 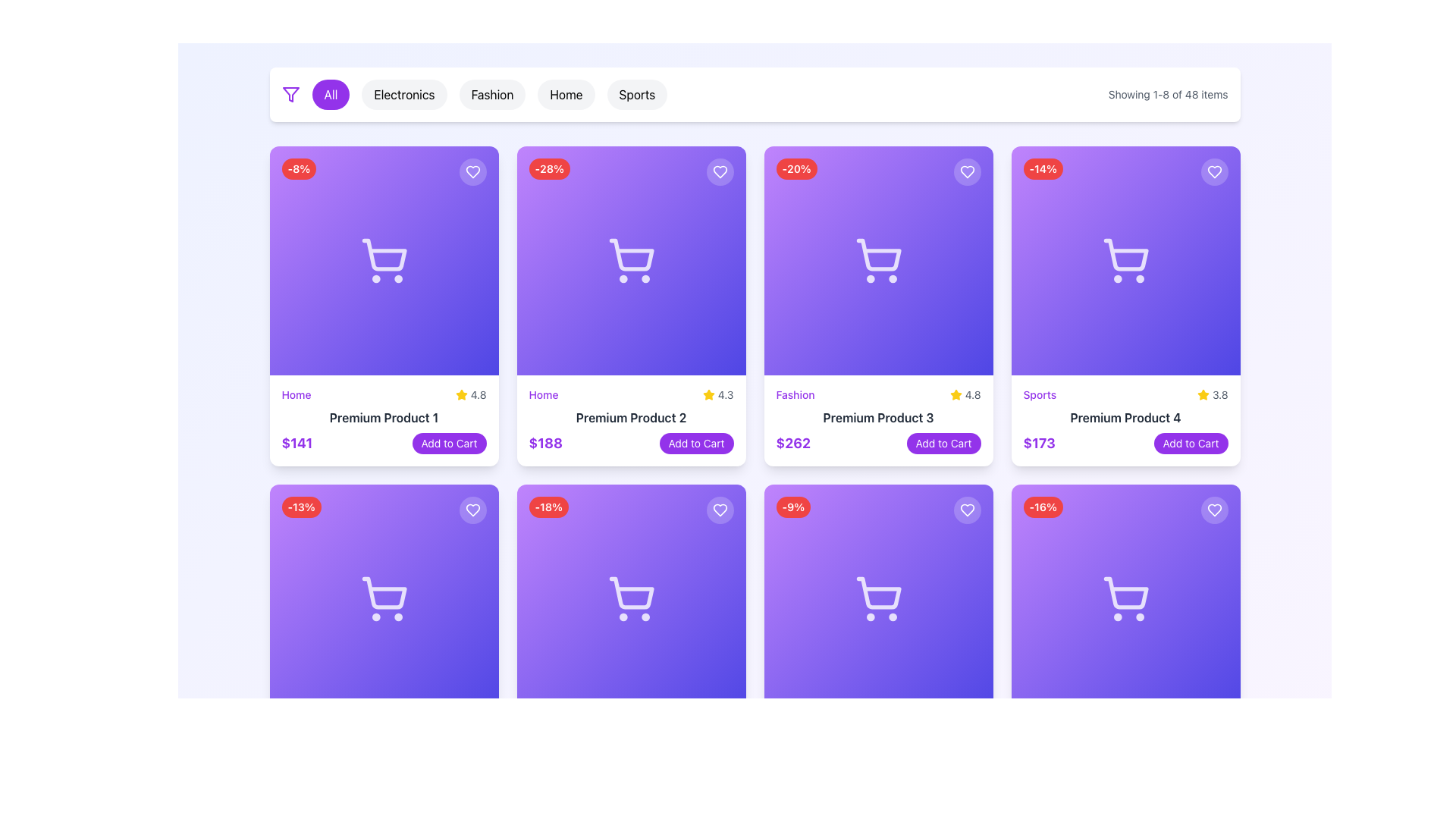 I want to click on the price text label located in the bottom-left section of the product card titled 'Premium Product 4', under the label 'Sports', to the left of the 'Add to Cart' button, so click(x=1038, y=444).